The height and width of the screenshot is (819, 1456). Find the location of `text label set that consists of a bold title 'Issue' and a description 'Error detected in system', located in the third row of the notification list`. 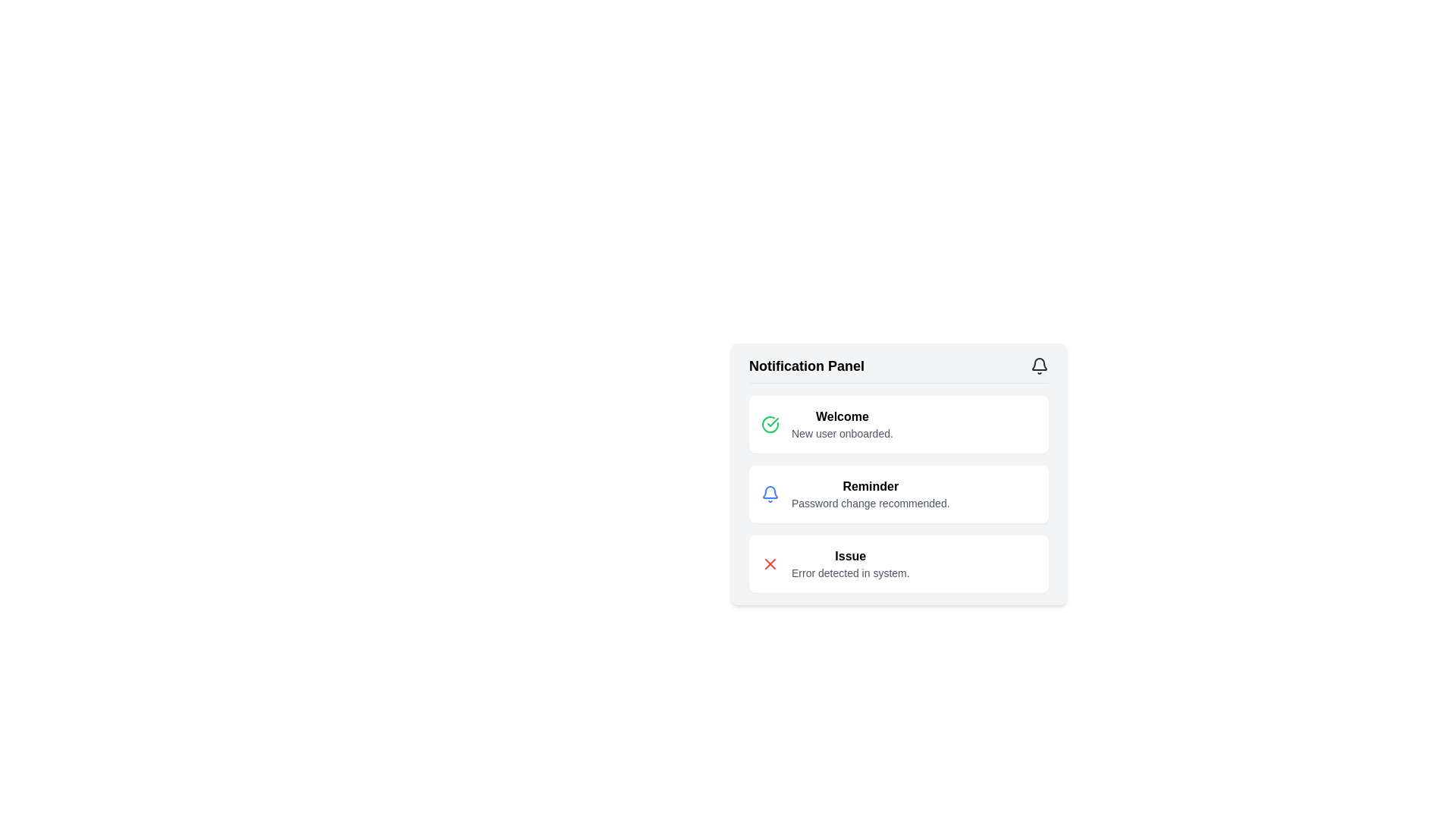

text label set that consists of a bold title 'Issue' and a description 'Error detected in system', located in the third row of the notification list is located at coordinates (850, 564).